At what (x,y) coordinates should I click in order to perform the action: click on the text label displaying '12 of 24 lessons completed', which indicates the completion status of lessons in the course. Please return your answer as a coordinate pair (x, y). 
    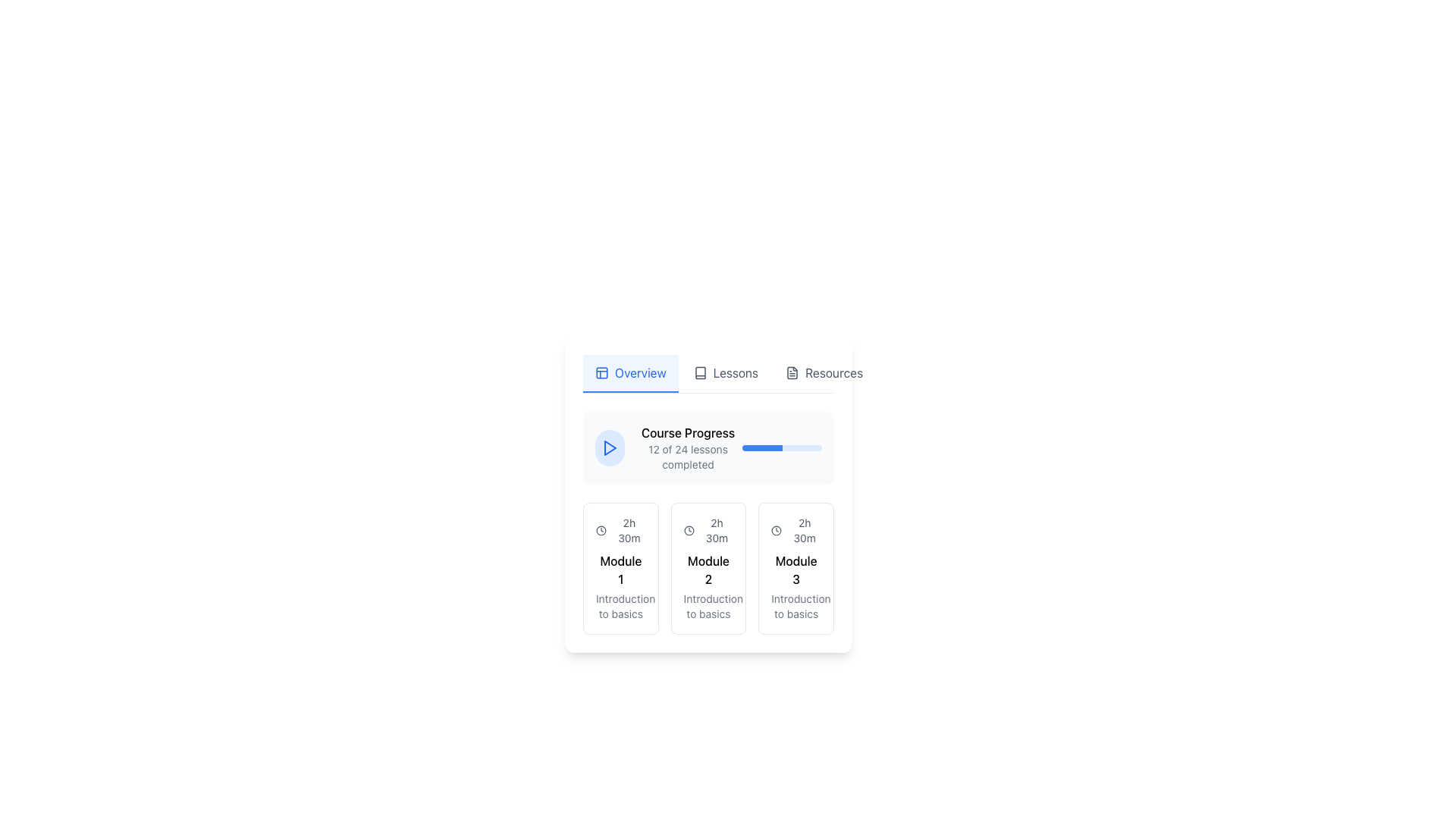
    Looking at the image, I should click on (687, 456).